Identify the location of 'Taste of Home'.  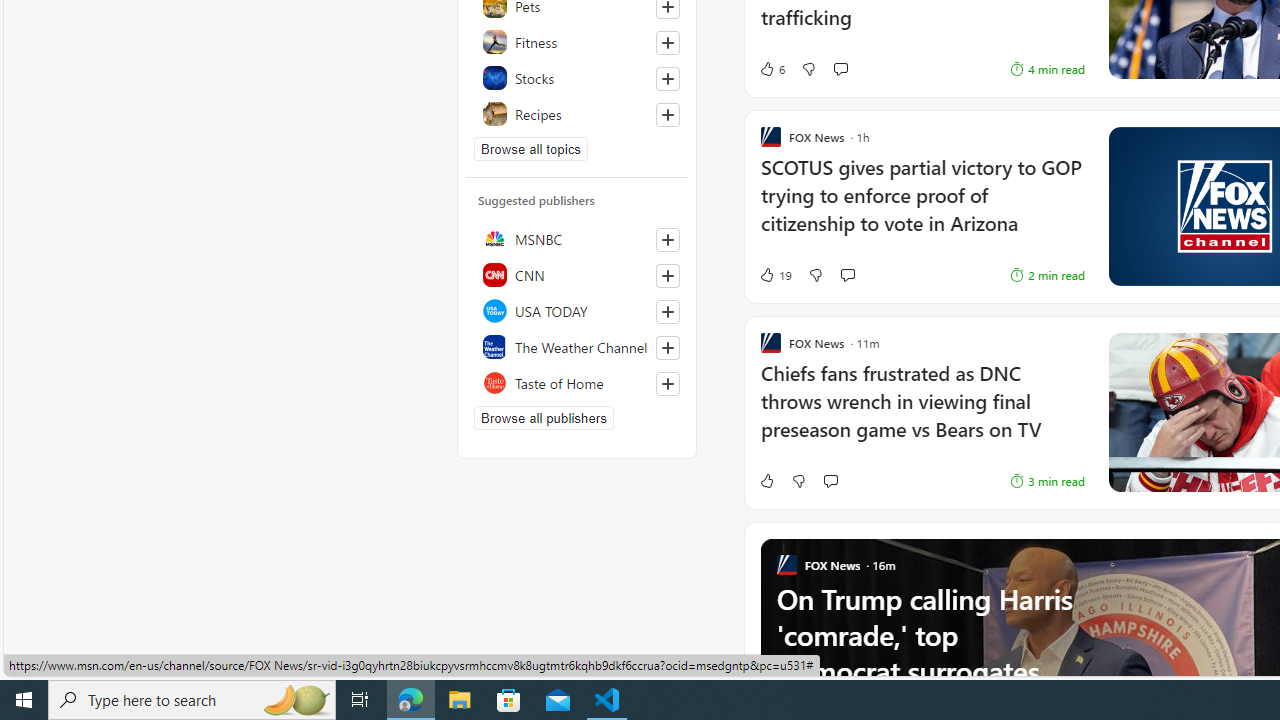
(576, 383).